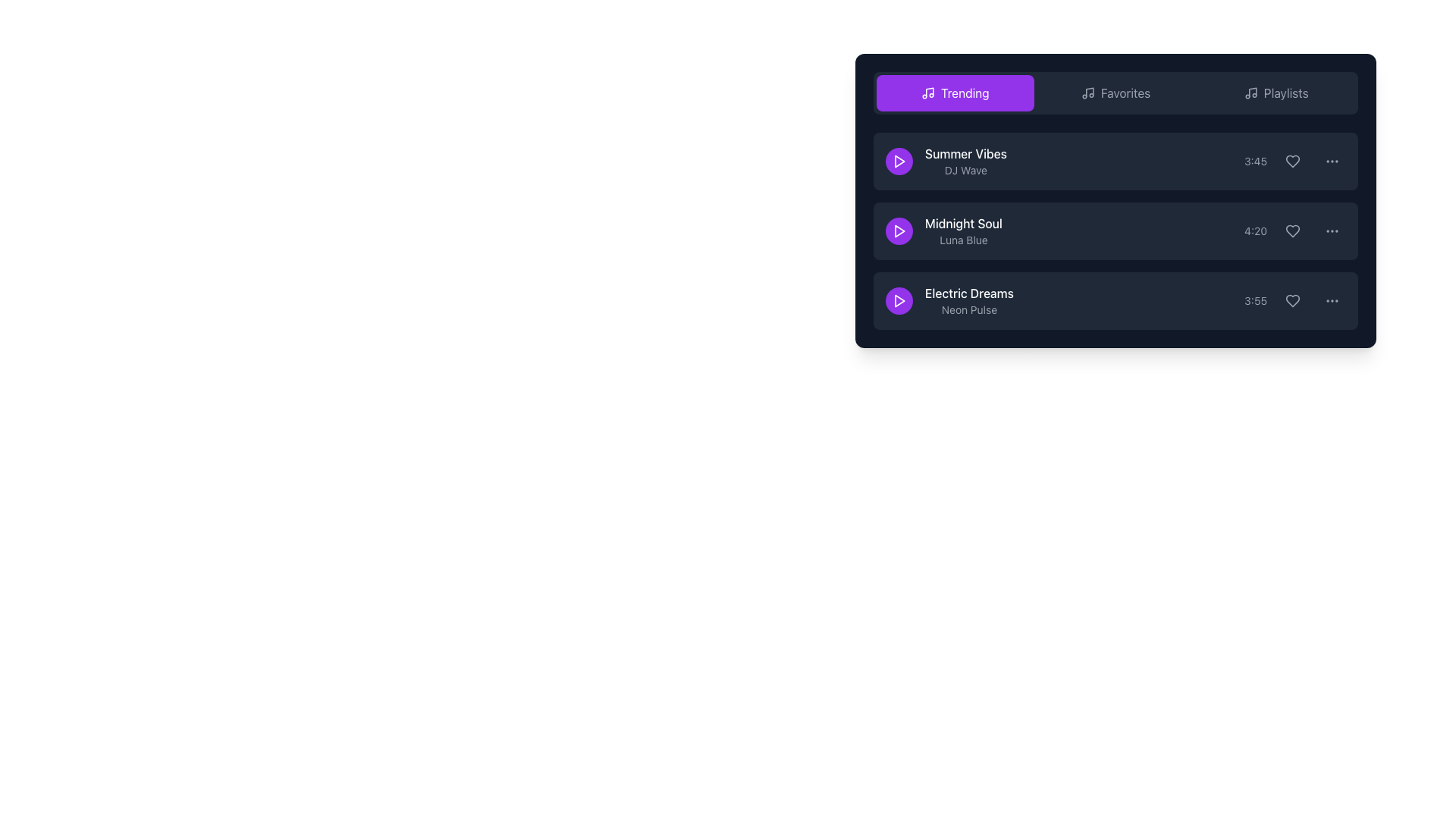 This screenshot has width=1456, height=819. What do you see at coordinates (1256, 301) in the screenshot?
I see `the static label displaying the time '3:55' in gray font located in the bottom-right portion of the third row within the playlist interface` at bounding box center [1256, 301].